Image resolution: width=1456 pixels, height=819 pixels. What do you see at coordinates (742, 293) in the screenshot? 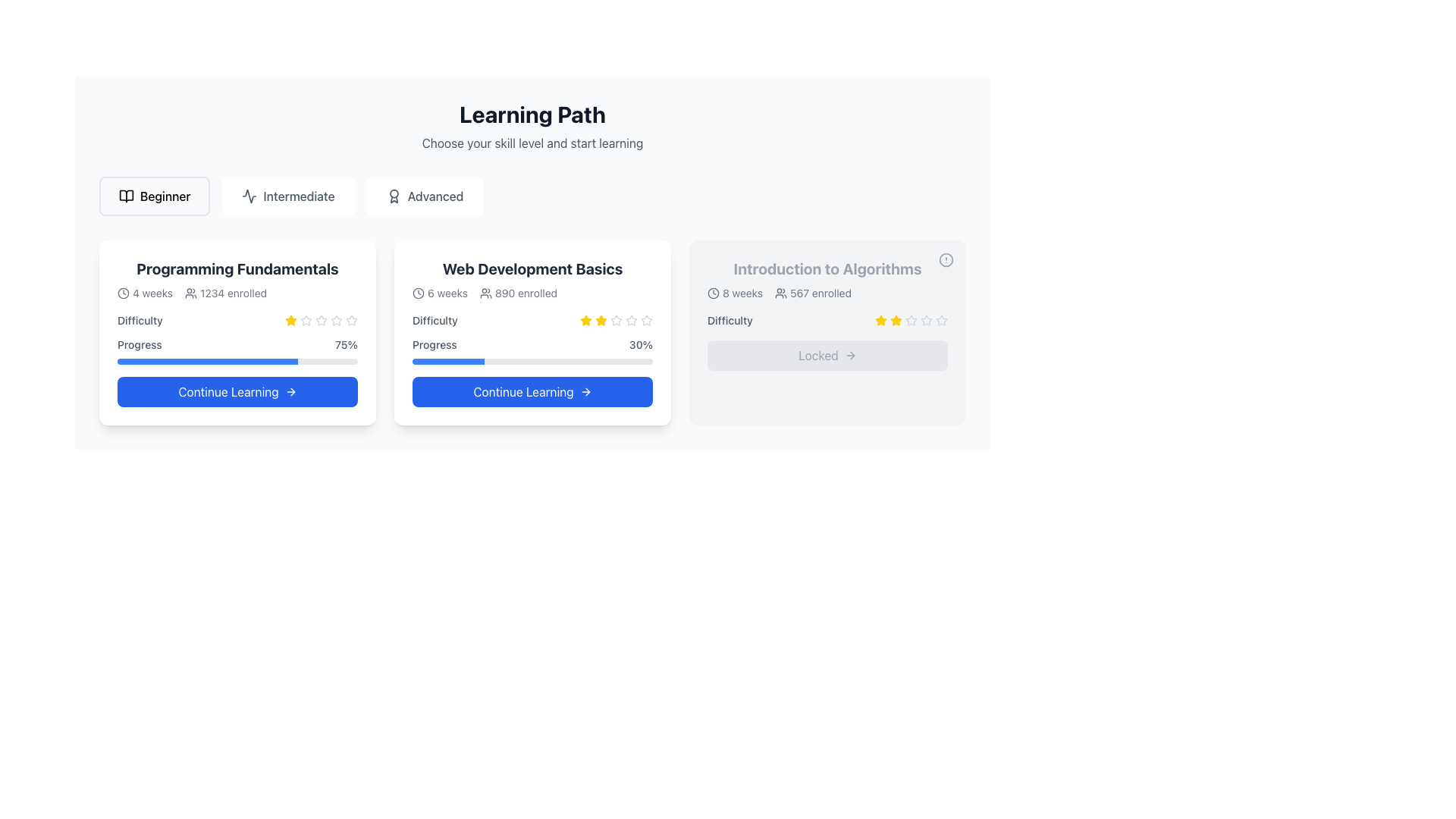
I see `the text label displaying '8 weeks' that is styled with a small font size and gray color, located to the right of a clock icon within the course tile 'Introduction to Algorithms'` at bounding box center [742, 293].